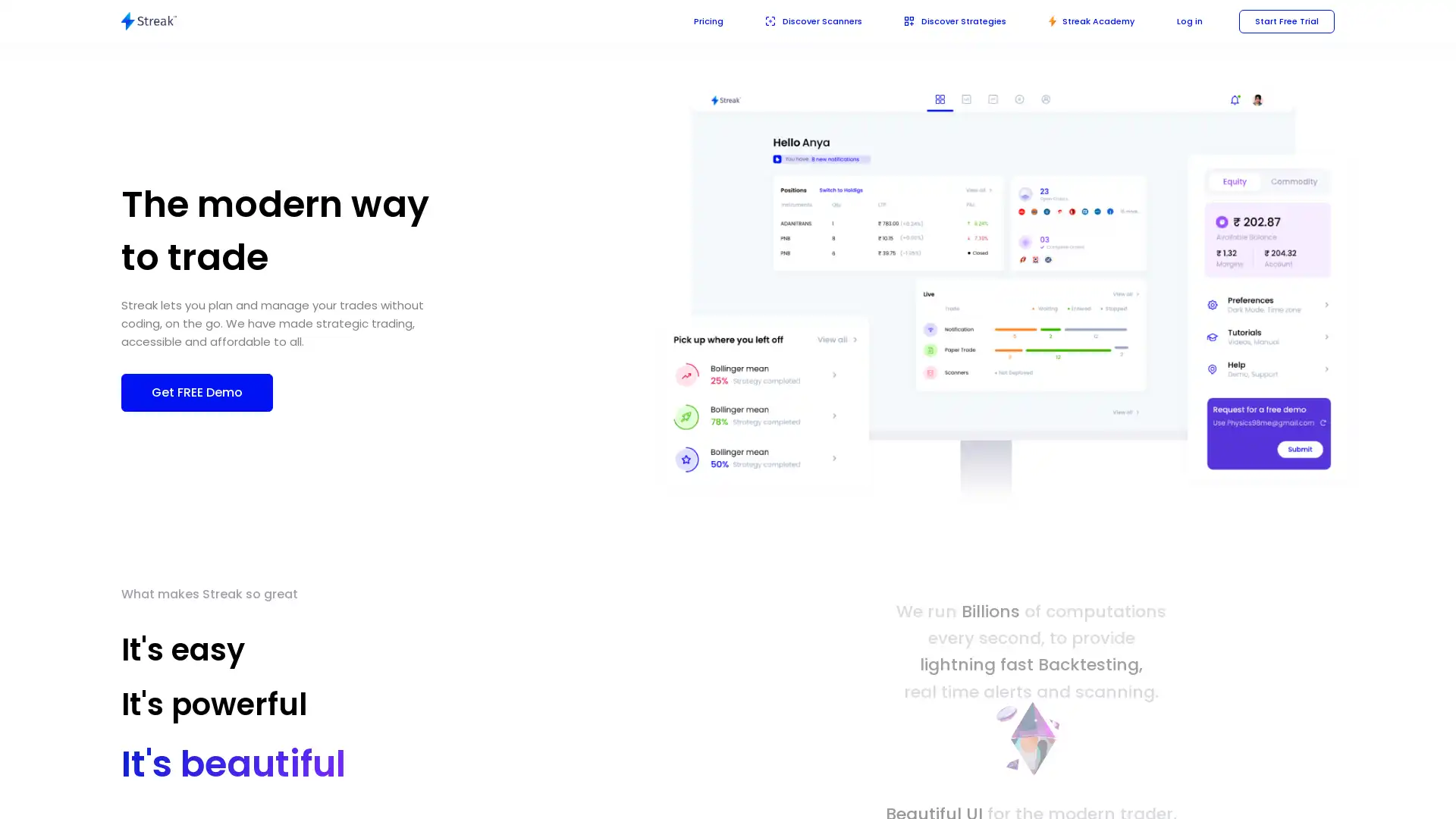 Image resolution: width=1456 pixels, height=819 pixels. Describe the element at coordinates (1185, 20) in the screenshot. I see `Log in` at that location.